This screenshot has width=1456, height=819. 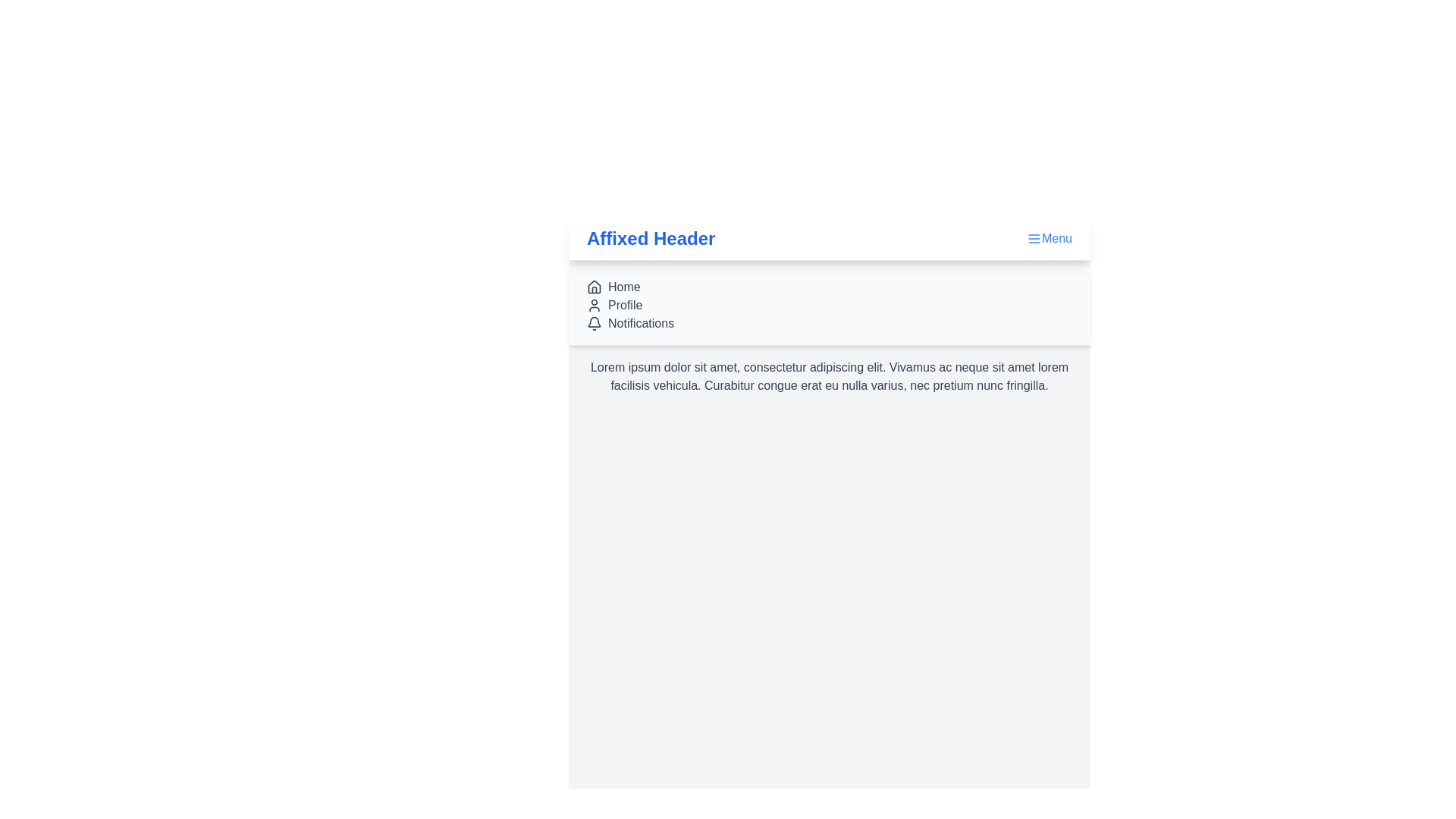 What do you see at coordinates (651, 239) in the screenshot?
I see `the static text label that identifies the current section or purpose of the page, positioned in the sticky header to the left of the 'Menu' element` at bounding box center [651, 239].